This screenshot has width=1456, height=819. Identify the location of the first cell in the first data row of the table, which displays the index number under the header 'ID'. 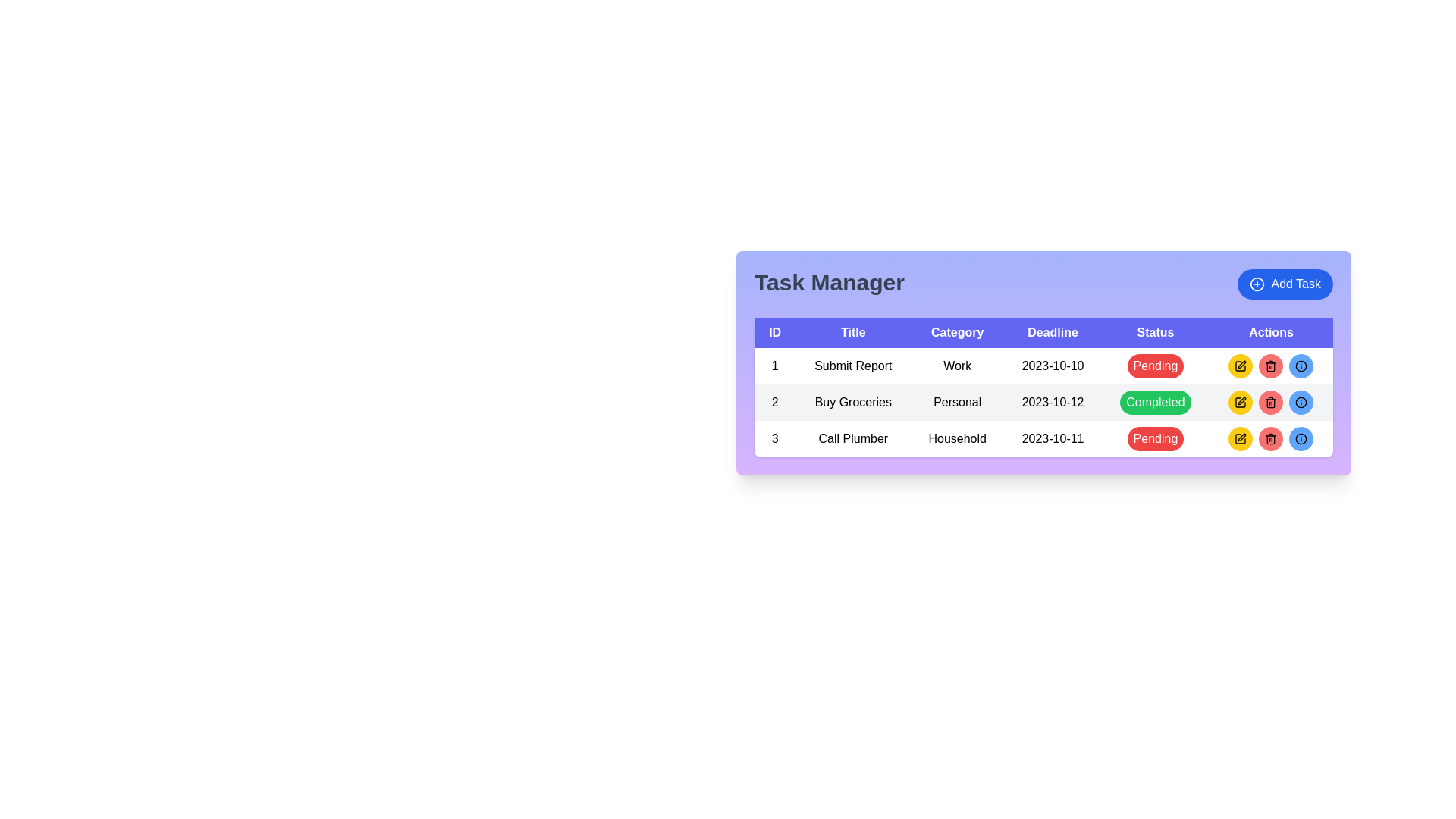
(775, 366).